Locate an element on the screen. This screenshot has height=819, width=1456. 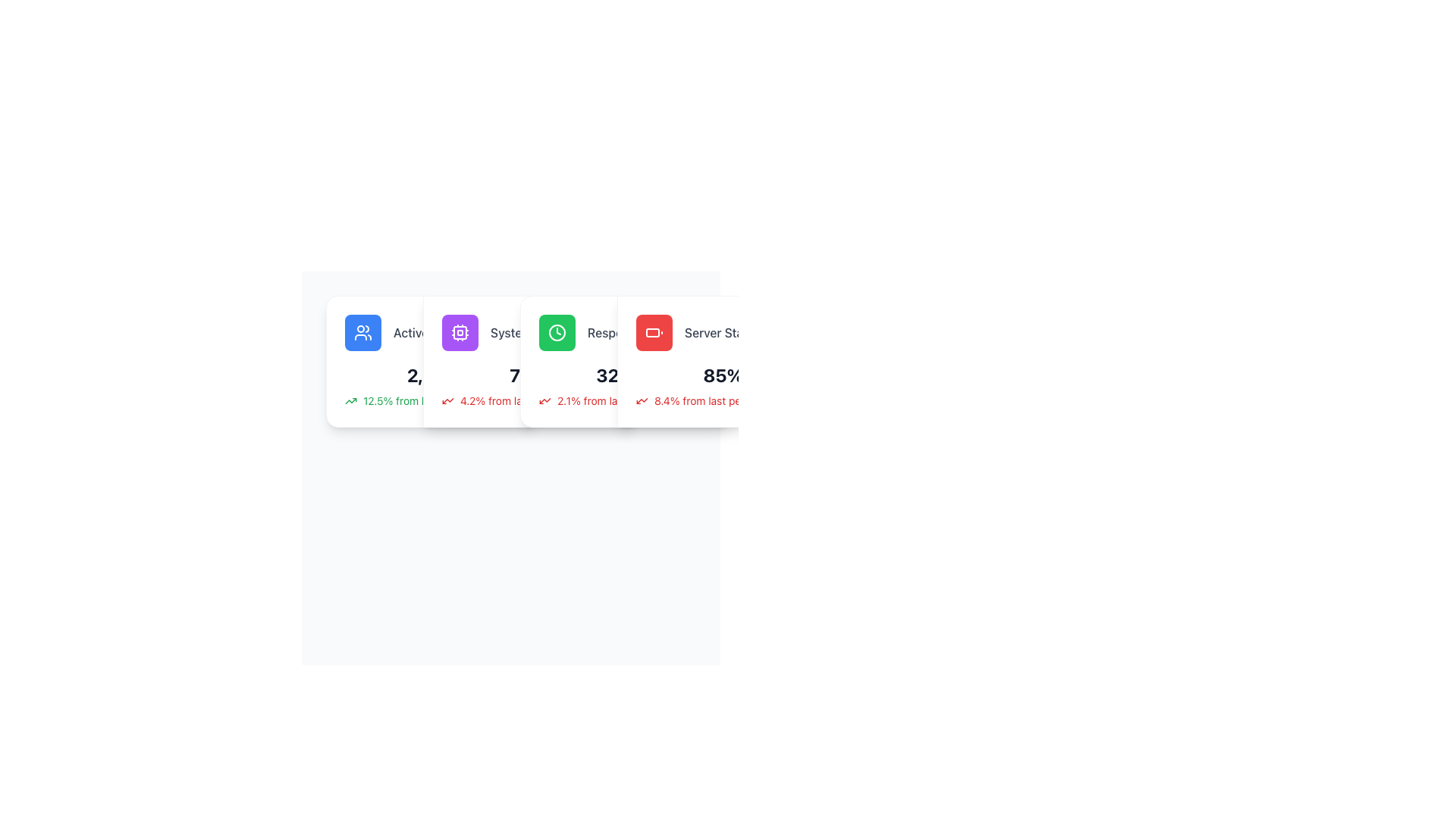
the small upward trend icon with a red stroke that precedes the text '2.1% from last period' in red, located under the 'Response Time' card in green is located at coordinates (545, 400).